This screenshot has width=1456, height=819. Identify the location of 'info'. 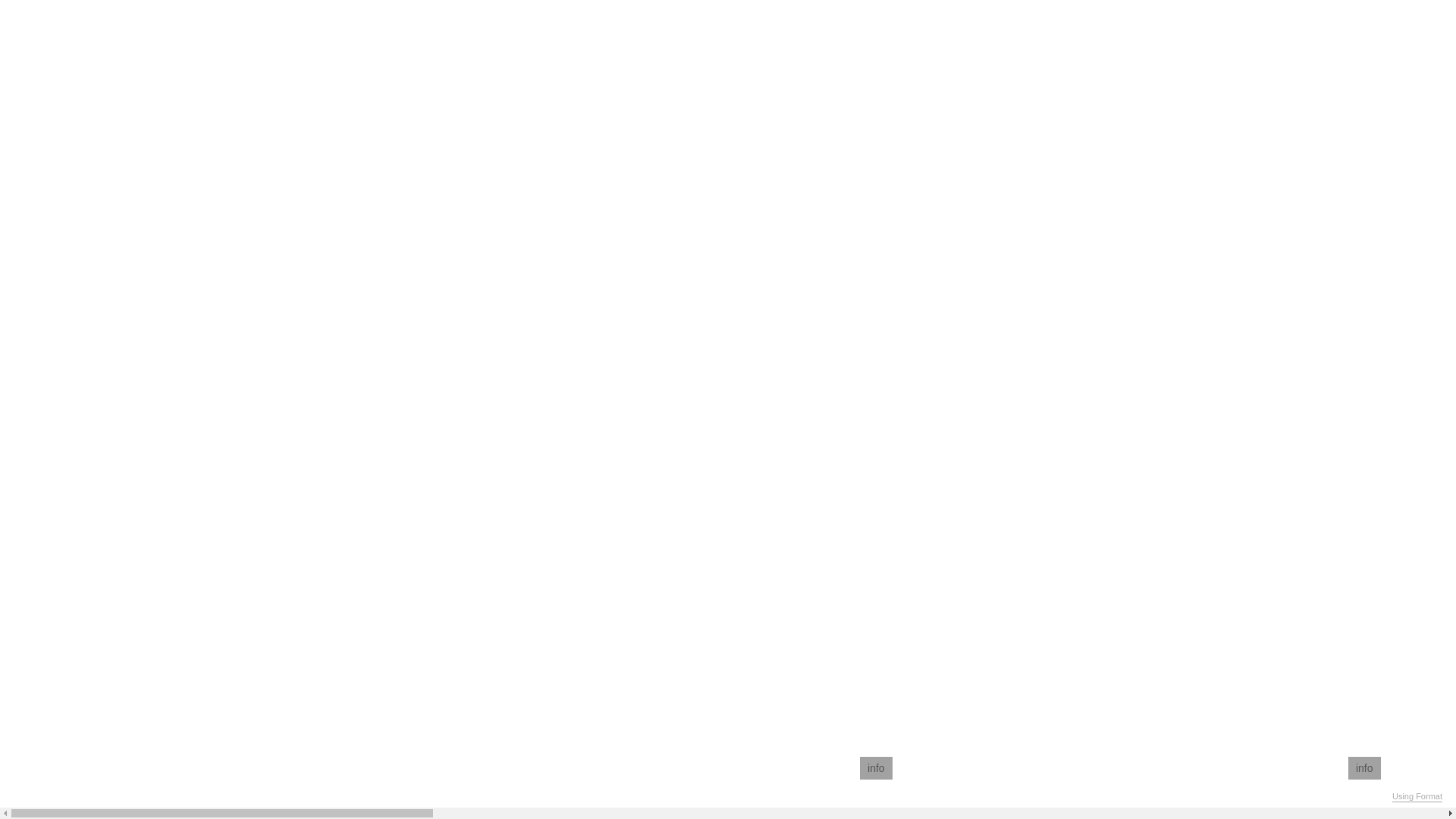
(1364, 768).